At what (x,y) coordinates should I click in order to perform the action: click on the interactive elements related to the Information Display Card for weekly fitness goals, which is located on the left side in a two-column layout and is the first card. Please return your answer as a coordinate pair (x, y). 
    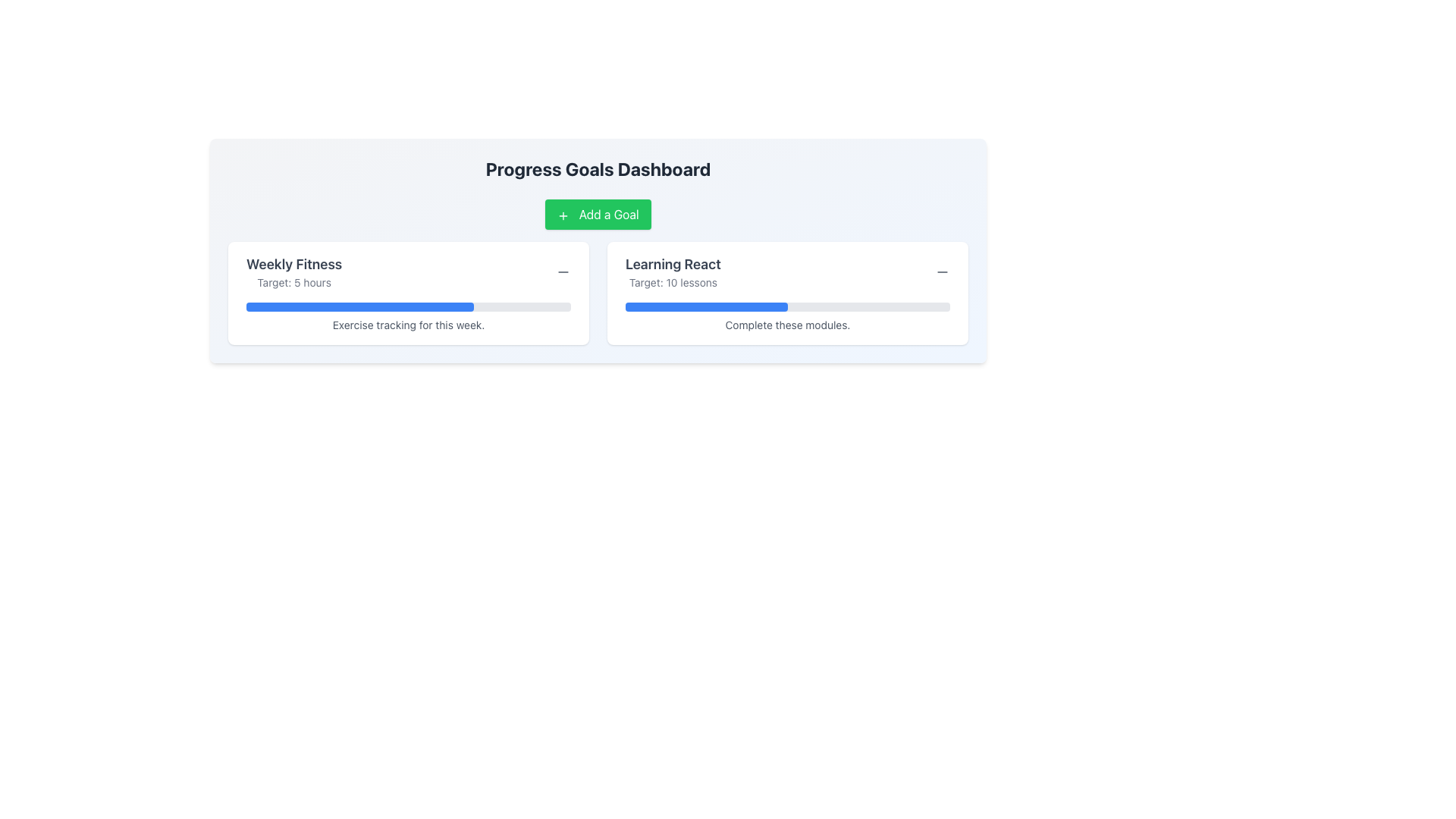
    Looking at the image, I should click on (408, 293).